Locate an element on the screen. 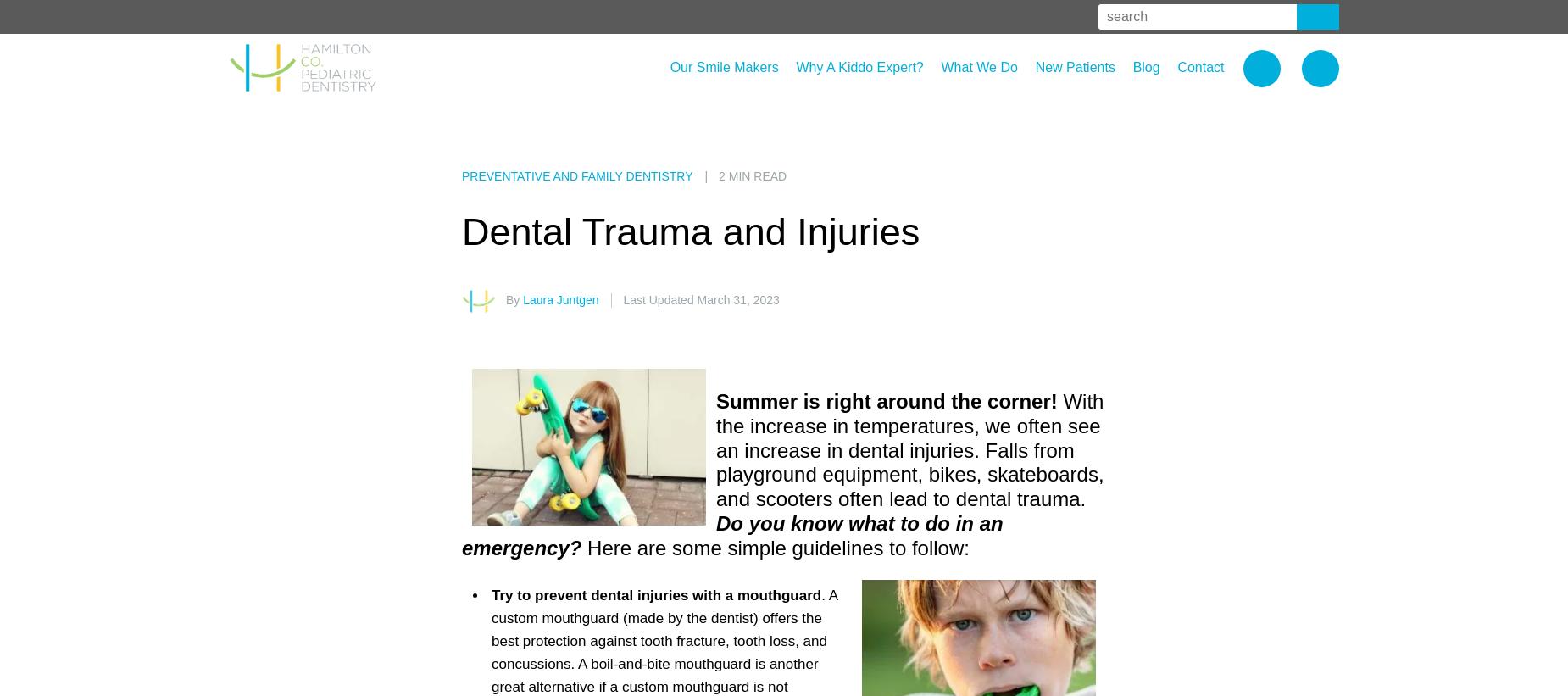 Image resolution: width=1568 pixels, height=696 pixels. 'Why a Kiddo Expert?' is located at coordinates (858, 67).